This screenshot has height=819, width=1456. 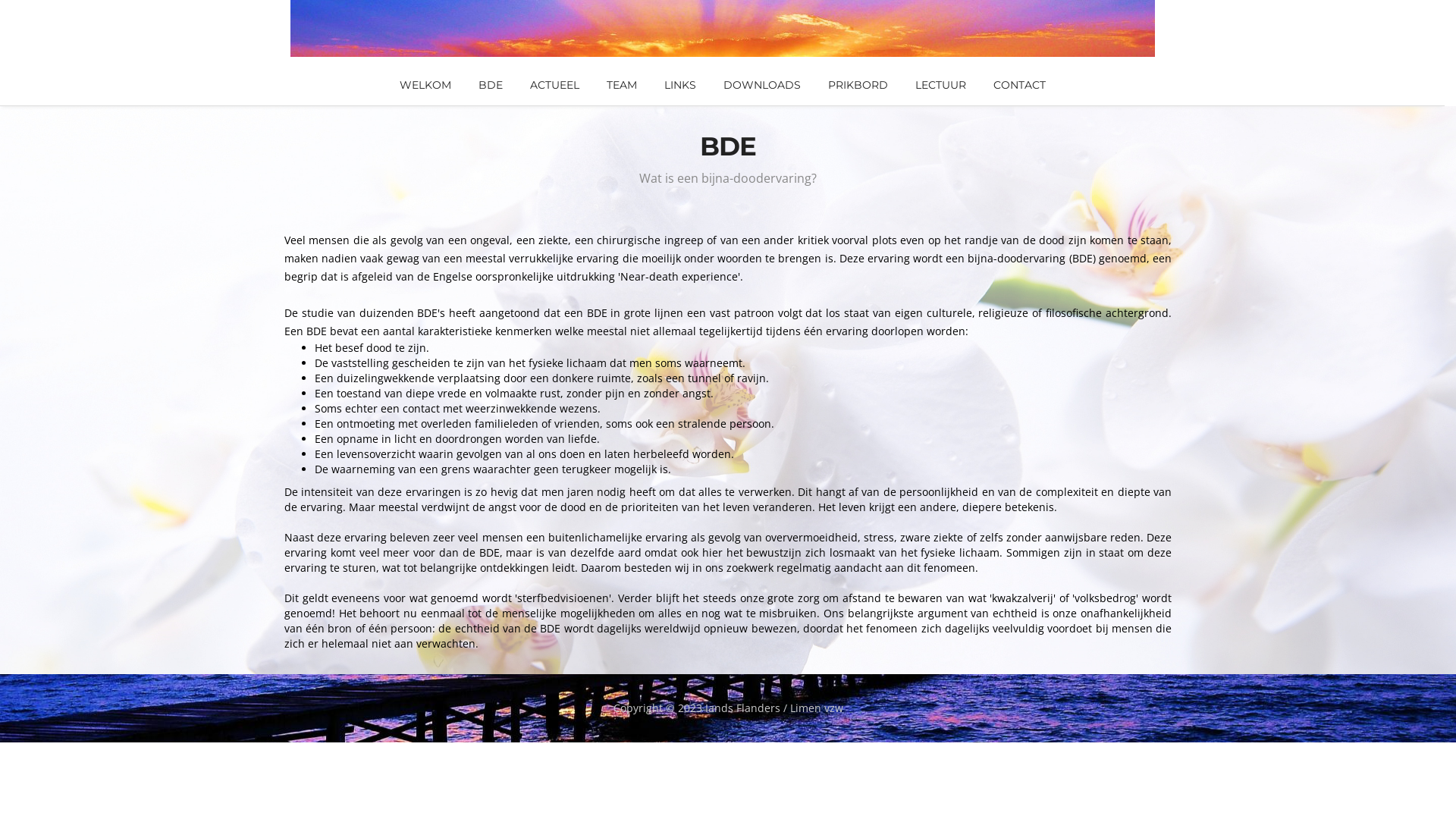 What do you see at coordinates (761, 84) in the screenshot?
I see `'DOWNLOADS'` at bounding box center [761, 84].